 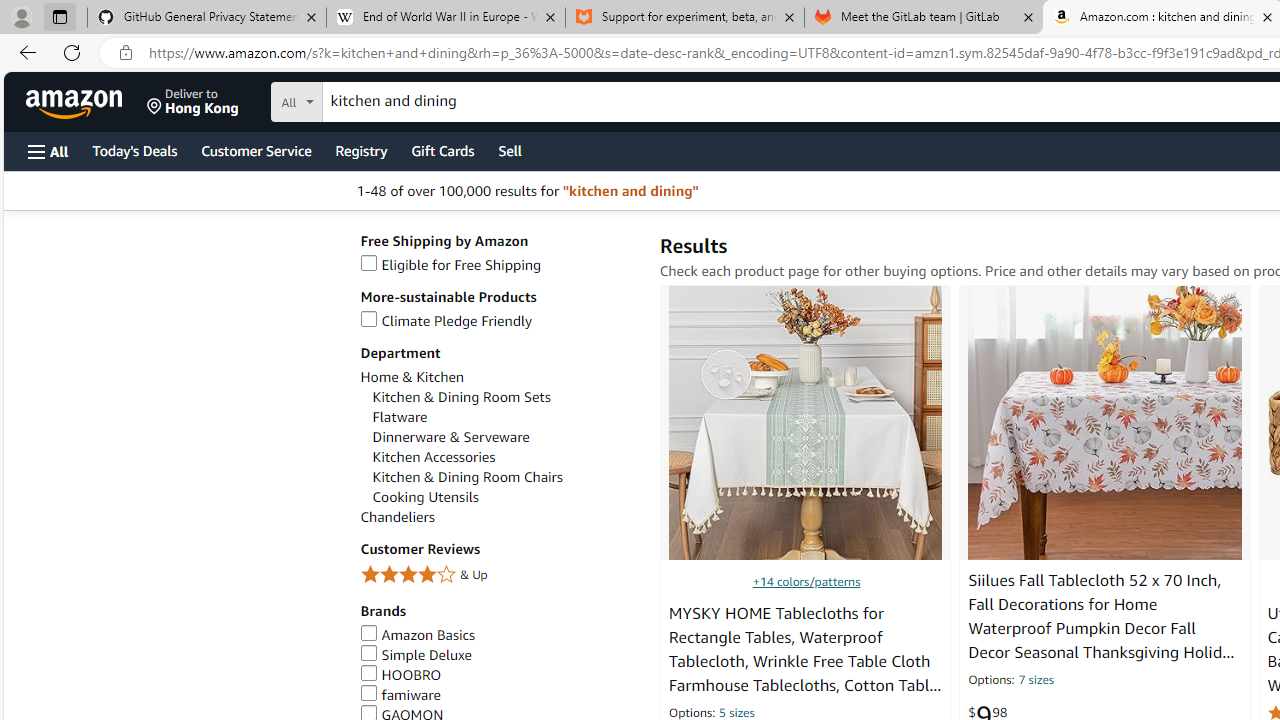 I want to click on '+14 colors/patterns', so click(x=807, y=581).